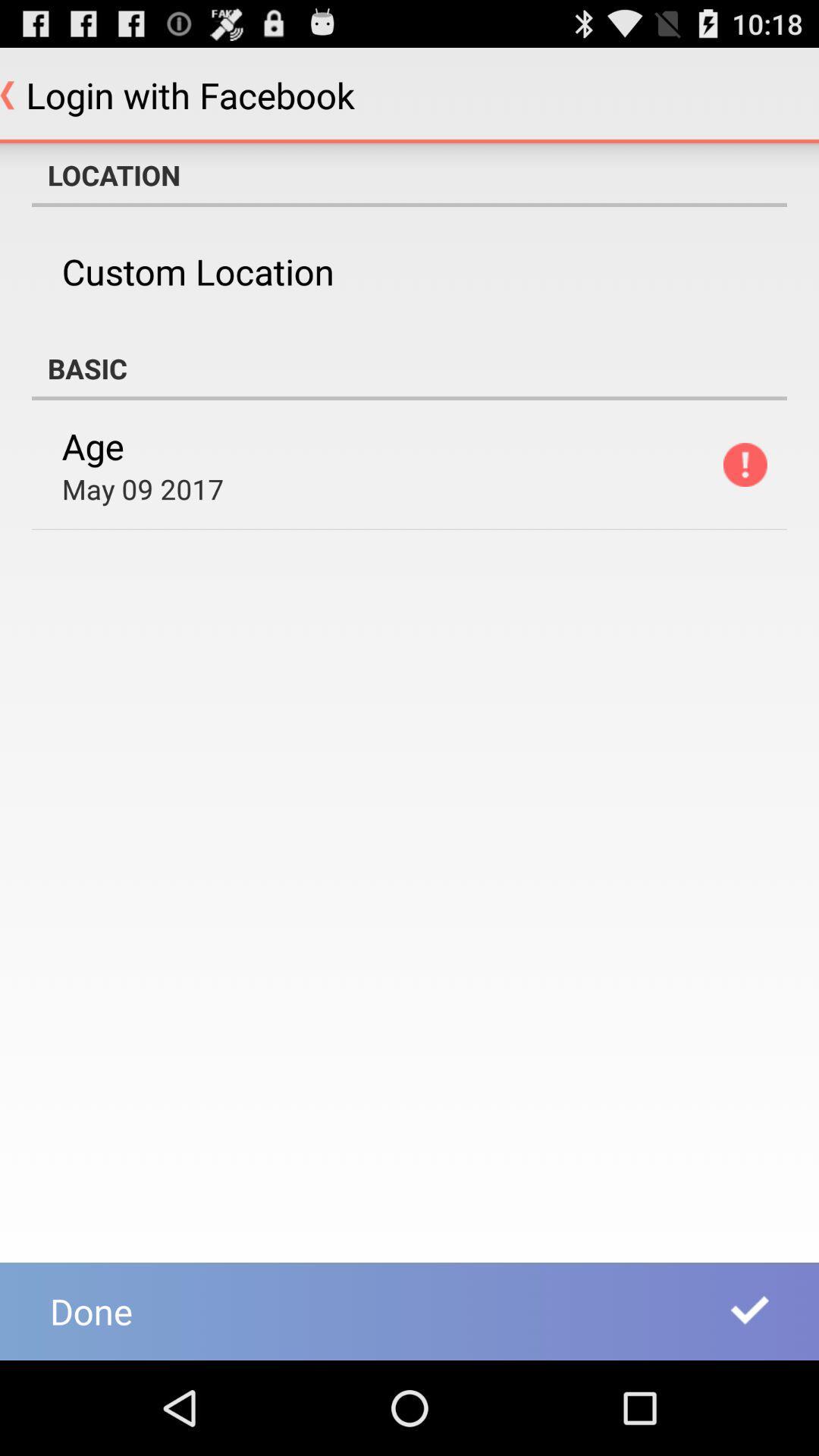 The width and height of the screenshot is (819, 1456). I want to click on custom location icon, so click(197, 271).